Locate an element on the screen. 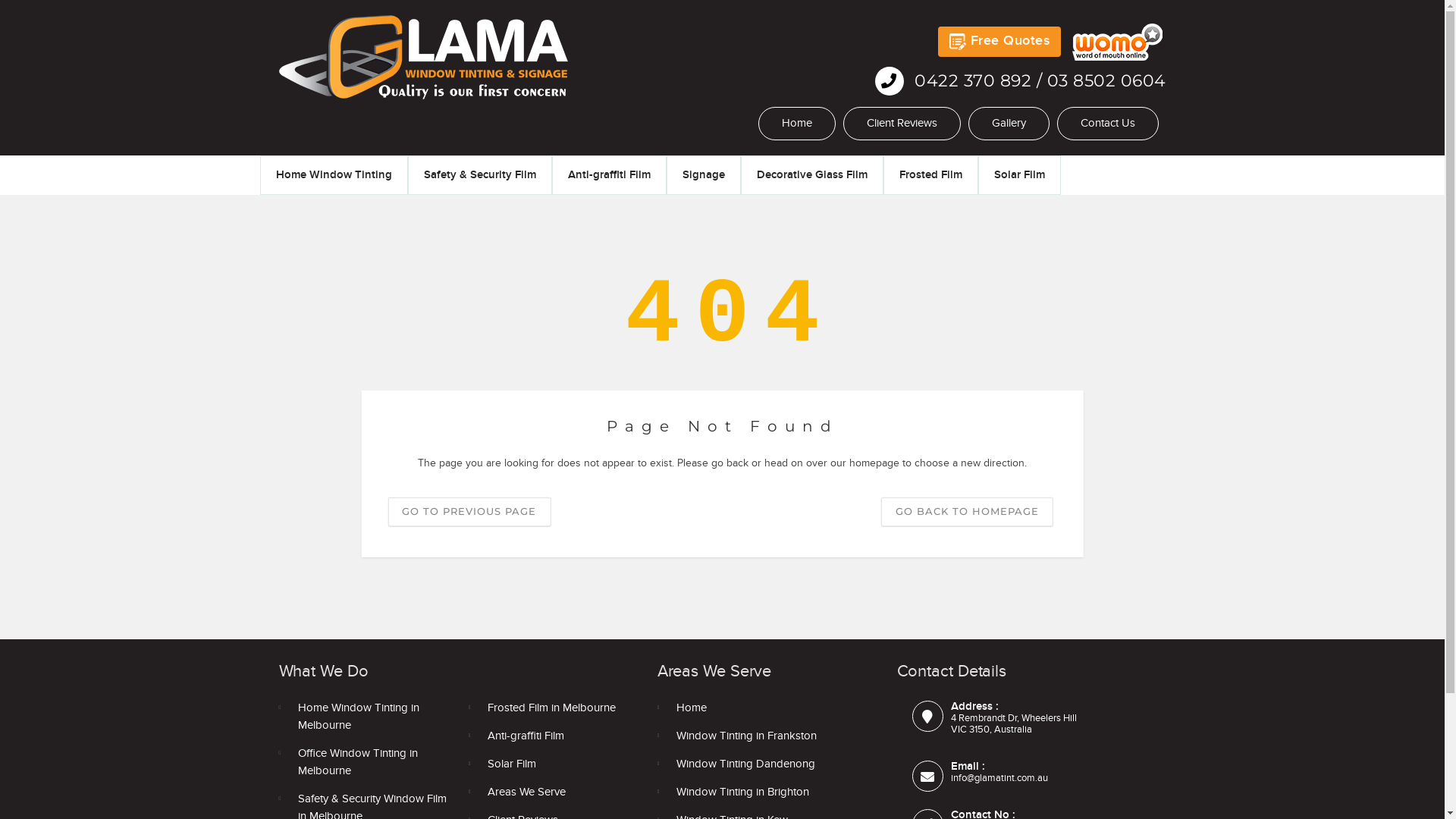 This screenshot has width=1456, height=819. 'Home Window Tinting in Melbourne' is located at coordinates (369, 717).